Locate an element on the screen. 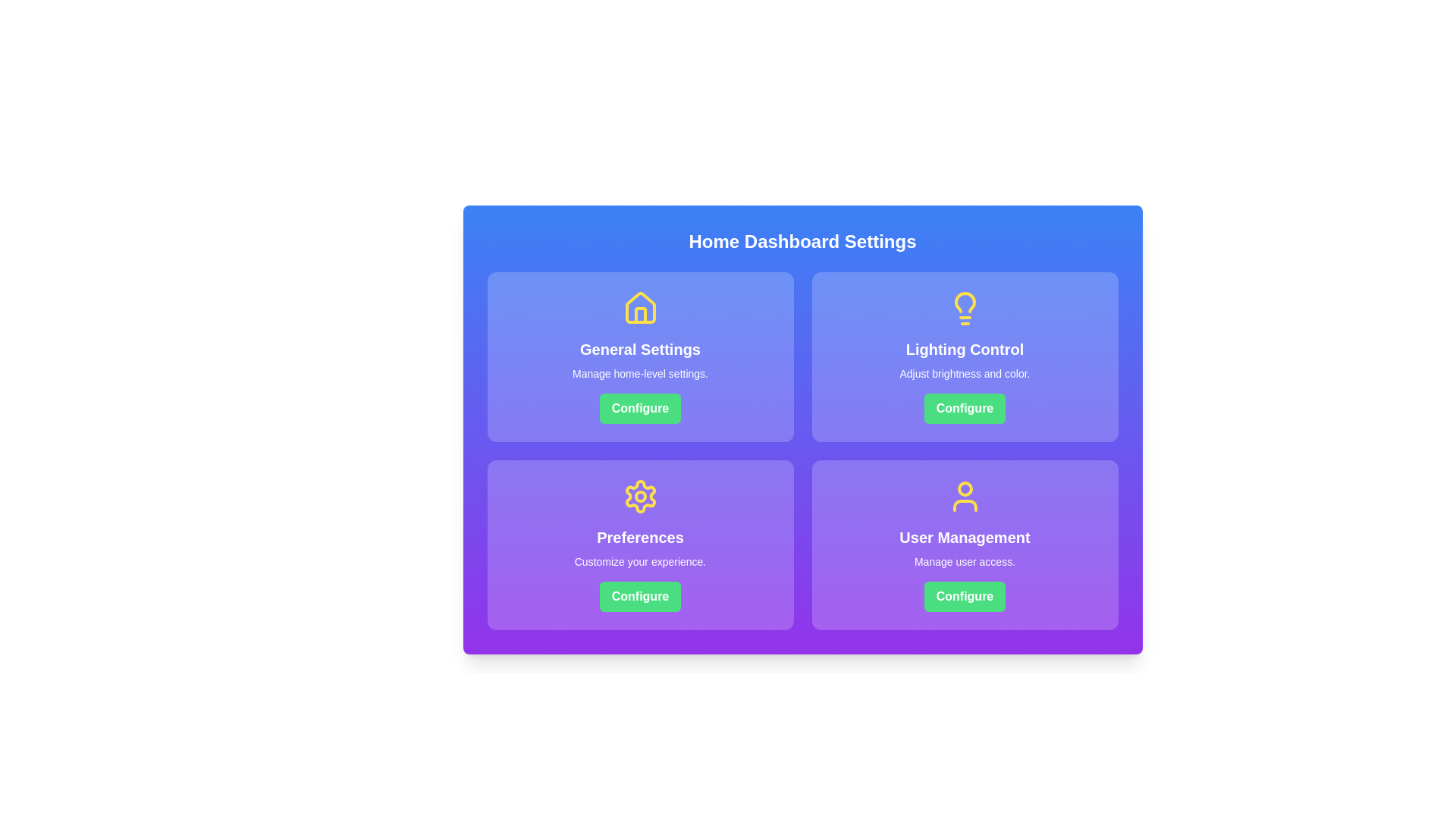 This screenshot has width=1456, height=819. the icon corresponding to User Management is located at coordinates (964, 497).